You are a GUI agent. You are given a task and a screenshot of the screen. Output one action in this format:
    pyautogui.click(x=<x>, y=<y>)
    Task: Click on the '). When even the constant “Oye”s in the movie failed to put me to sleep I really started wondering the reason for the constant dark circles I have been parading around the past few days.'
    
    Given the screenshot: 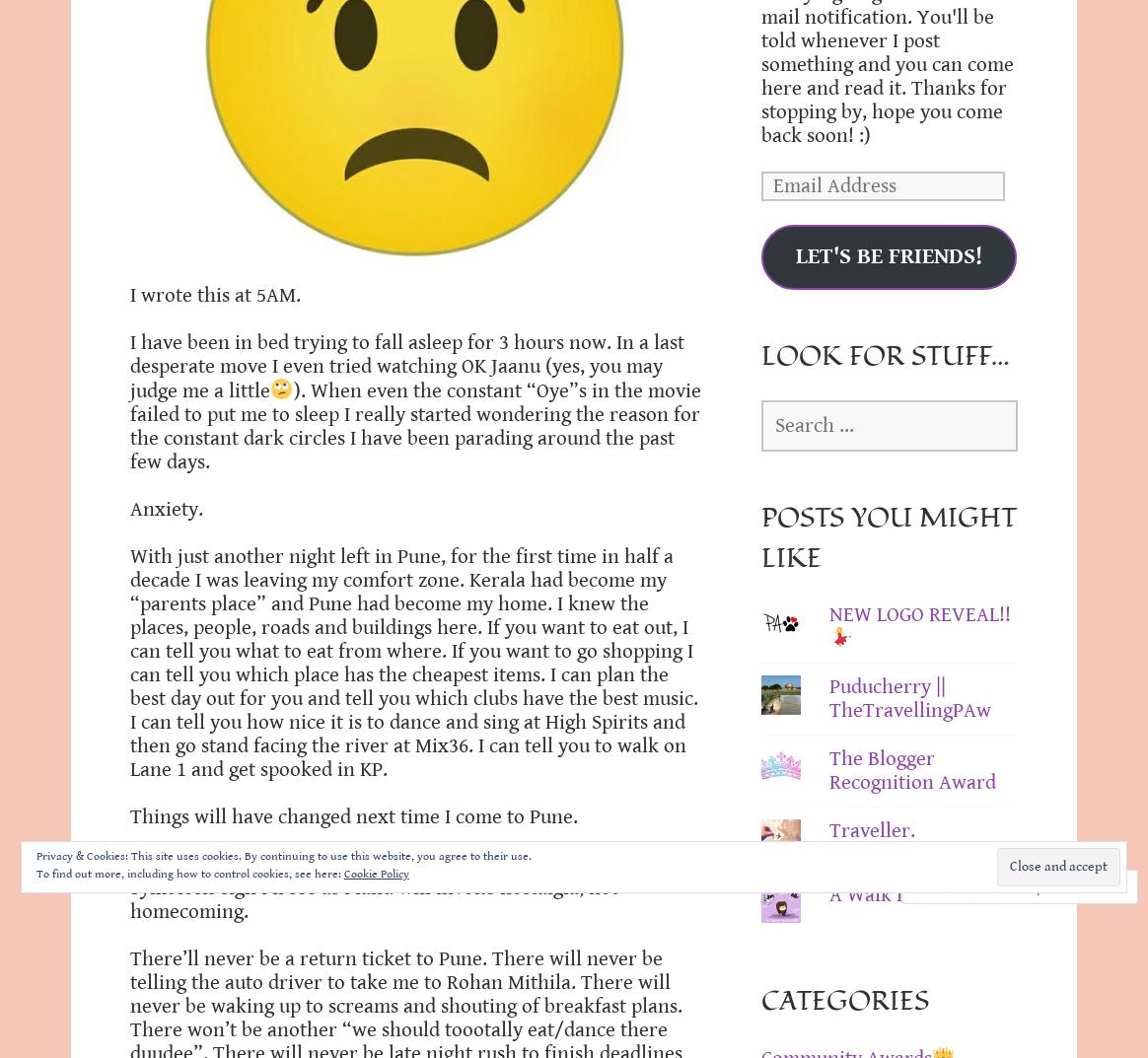 What is the action you would take?
    pyautogui.click(x=415, y=425)
    